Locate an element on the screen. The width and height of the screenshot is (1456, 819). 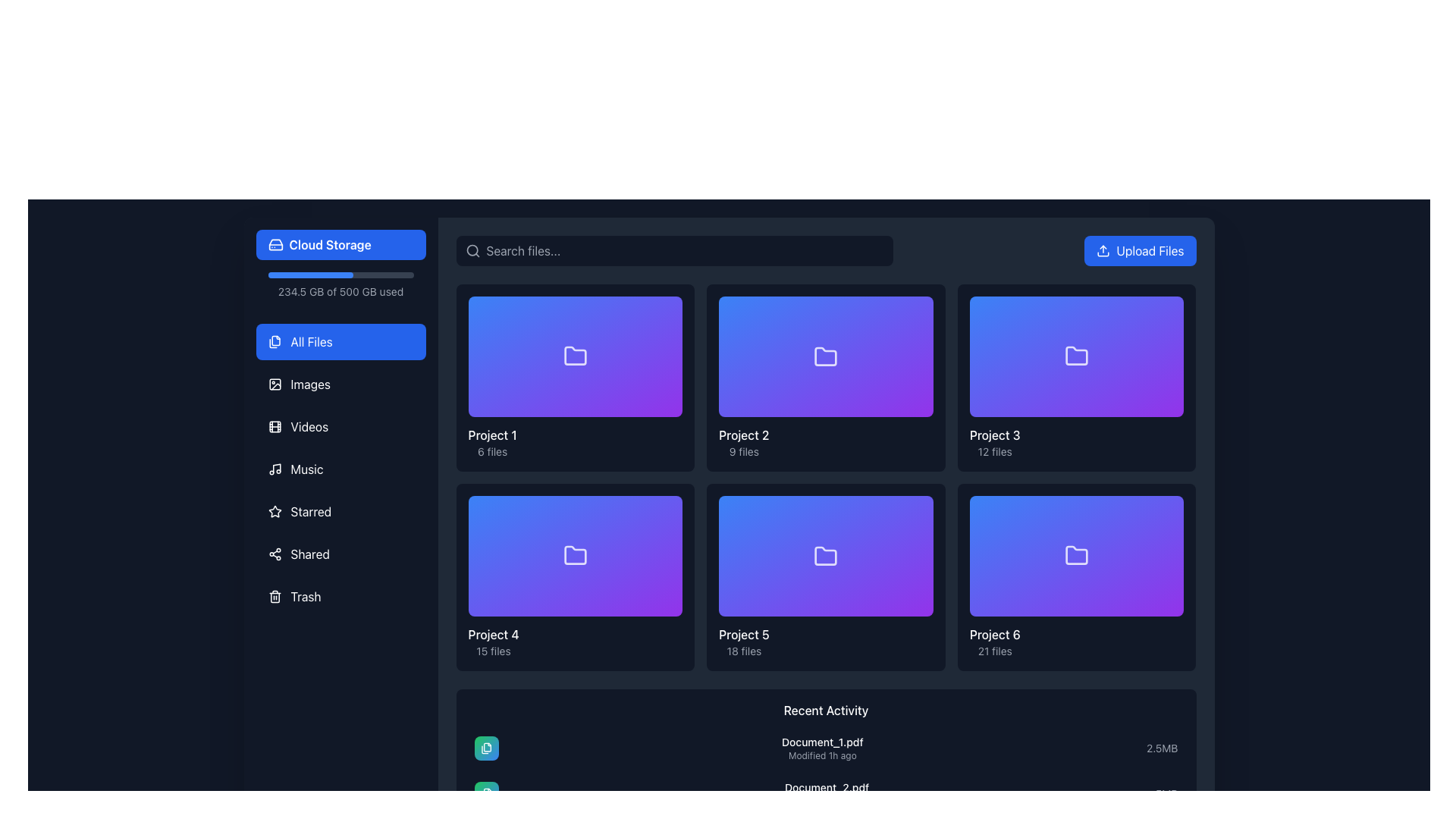
the folder icon, which is a minimalistic representation of a folder, from its position in the 'Project 2' card is located at coordinates (825, 356).